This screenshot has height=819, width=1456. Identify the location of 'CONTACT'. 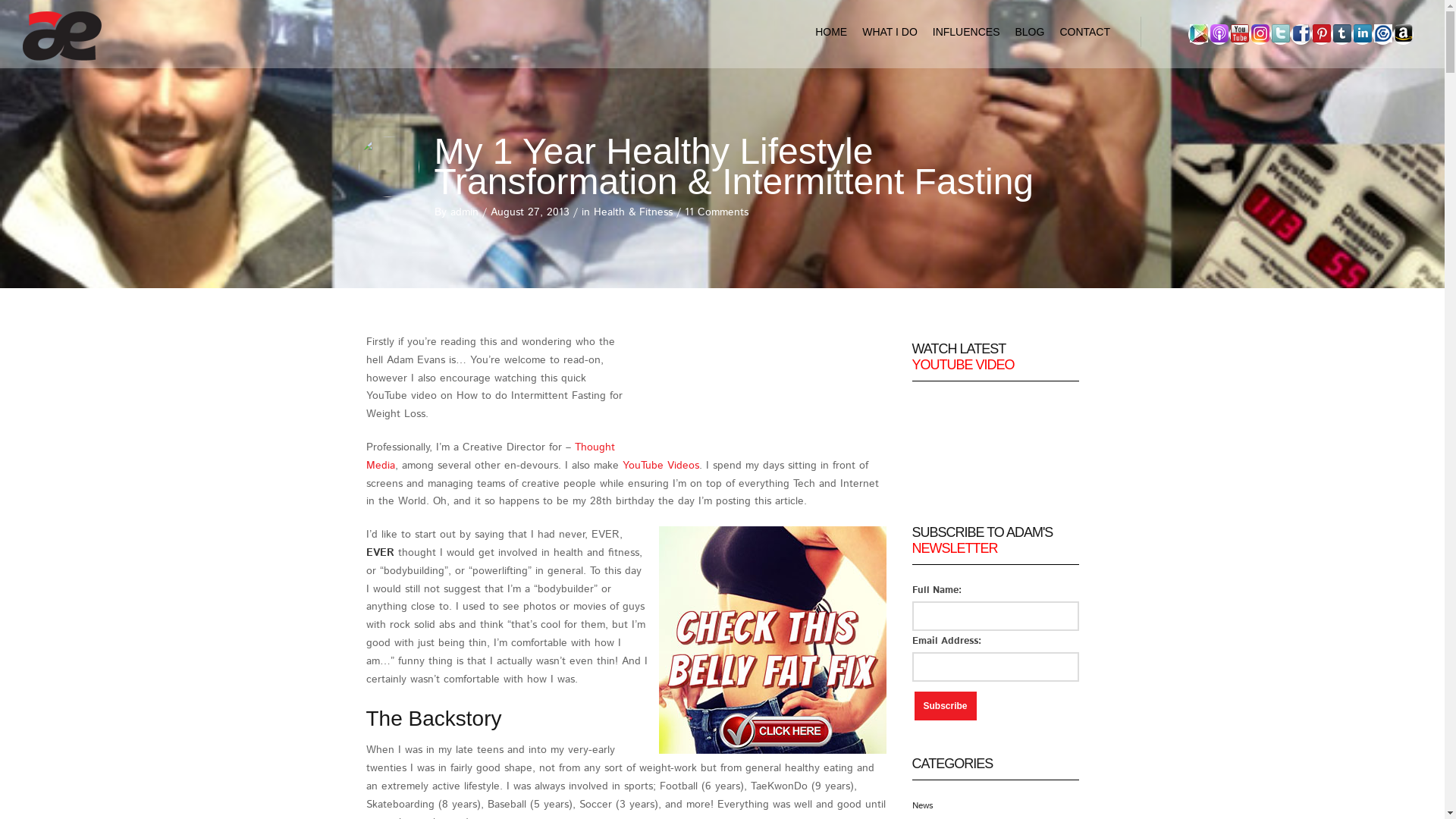
(1084, 32).